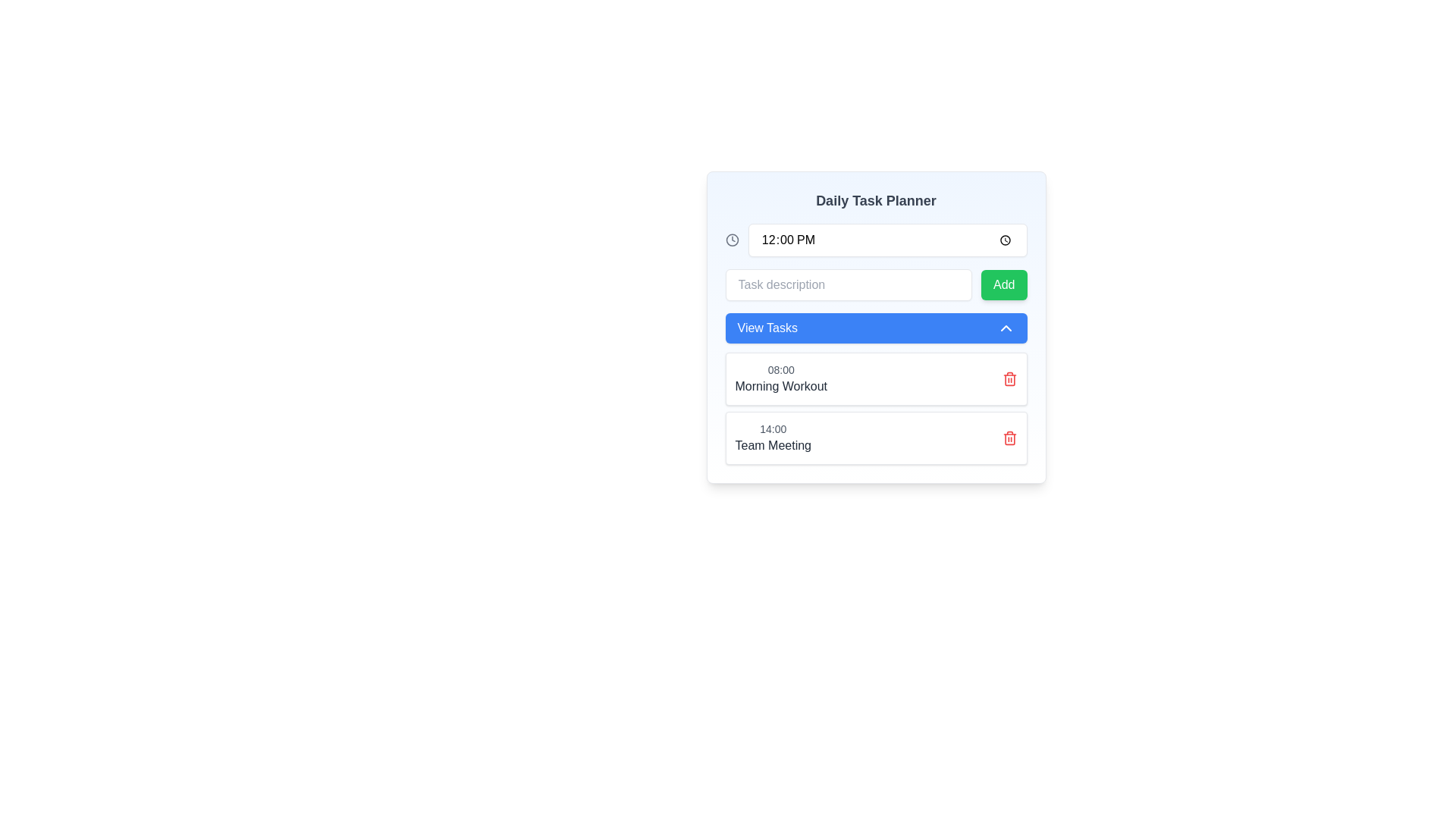  I want to click on the button in the 'Daily Task Planner' card interface, so click(876, 327).